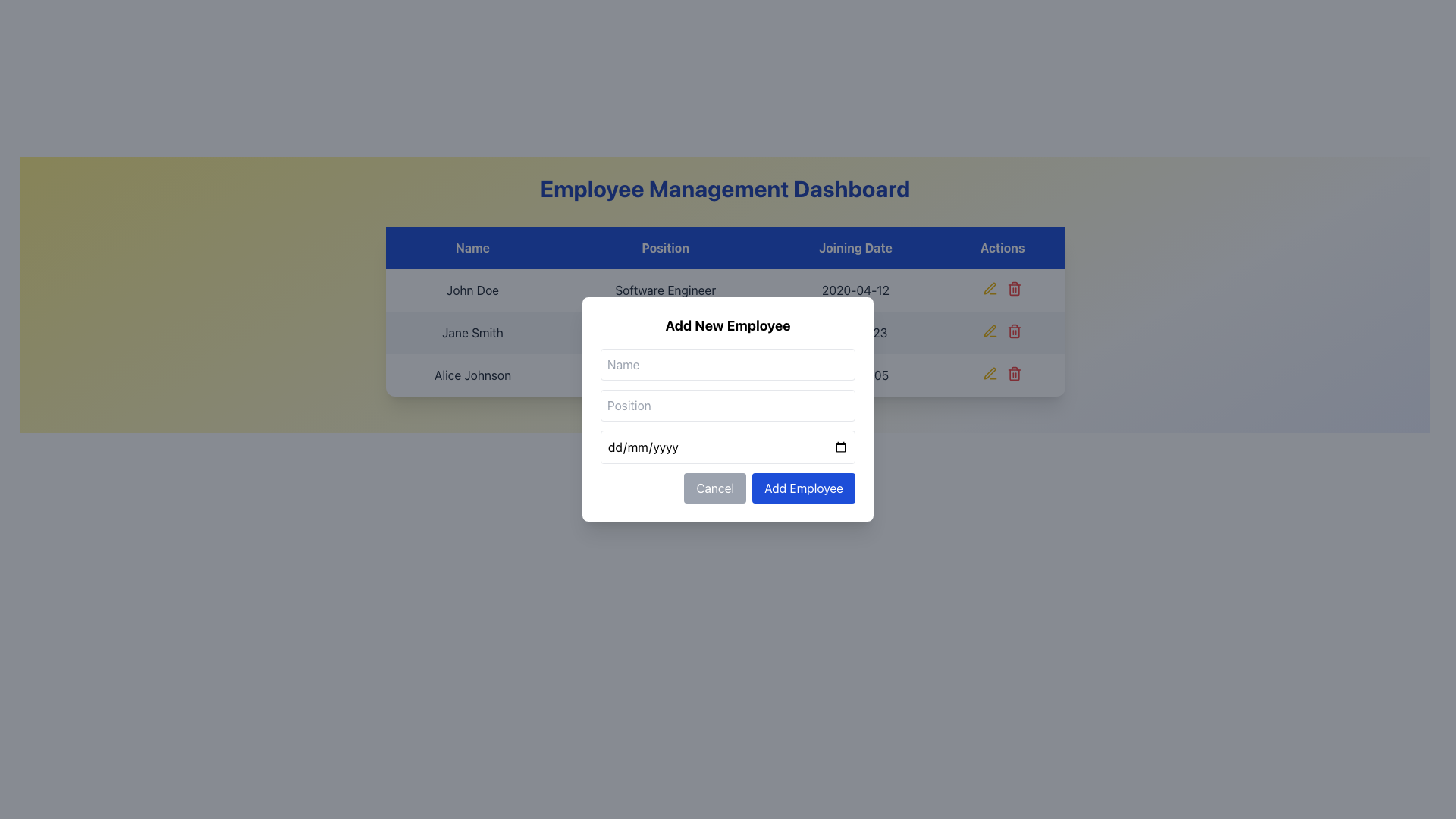  I want to click on the edit icon button located in the 'Actions' column of the first row in the table, next to employee 'John Doe', to initiate the edit action, so click(990, 289).